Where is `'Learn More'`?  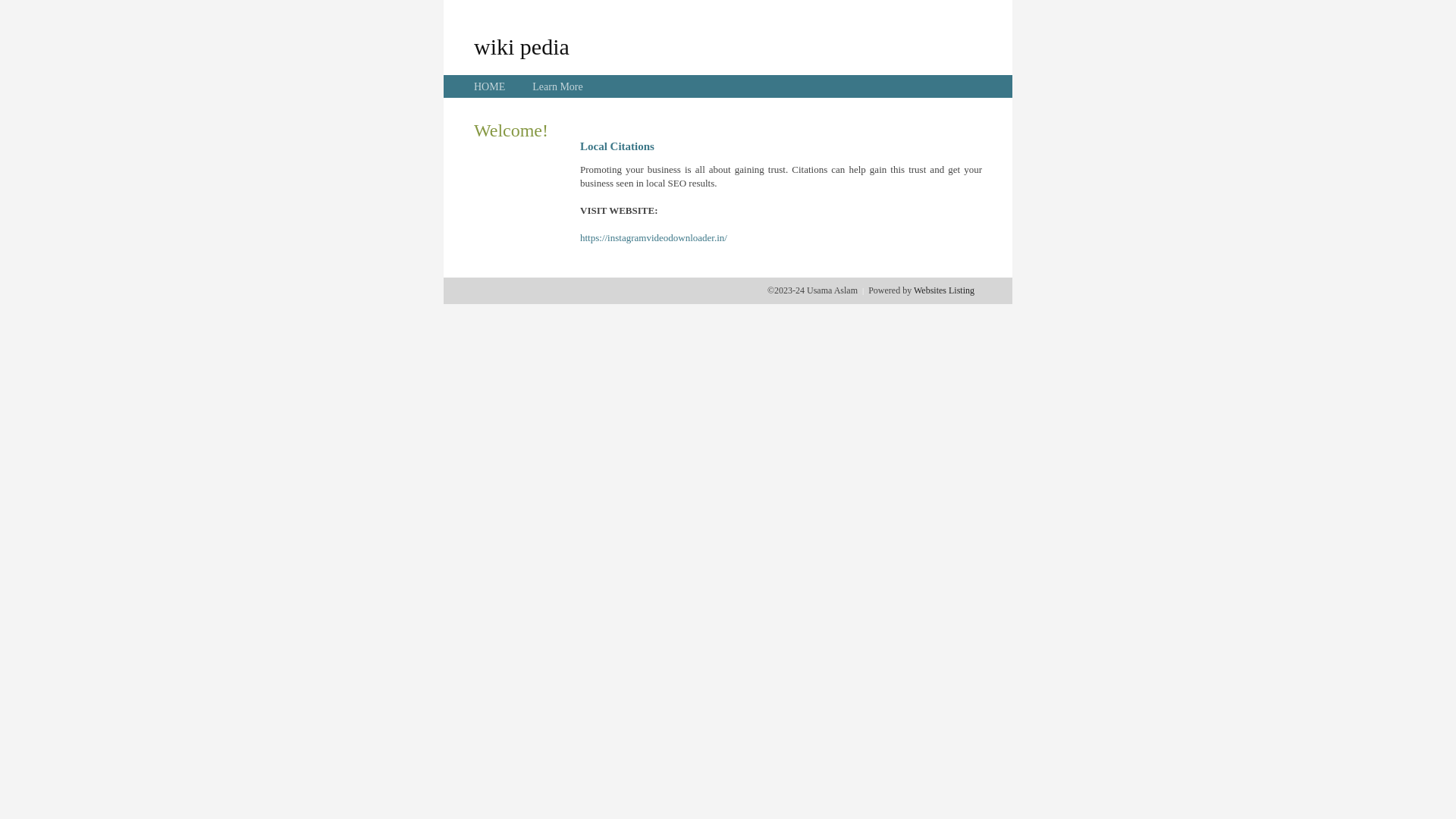
'Learn More' is located at coordinates (556, 86).